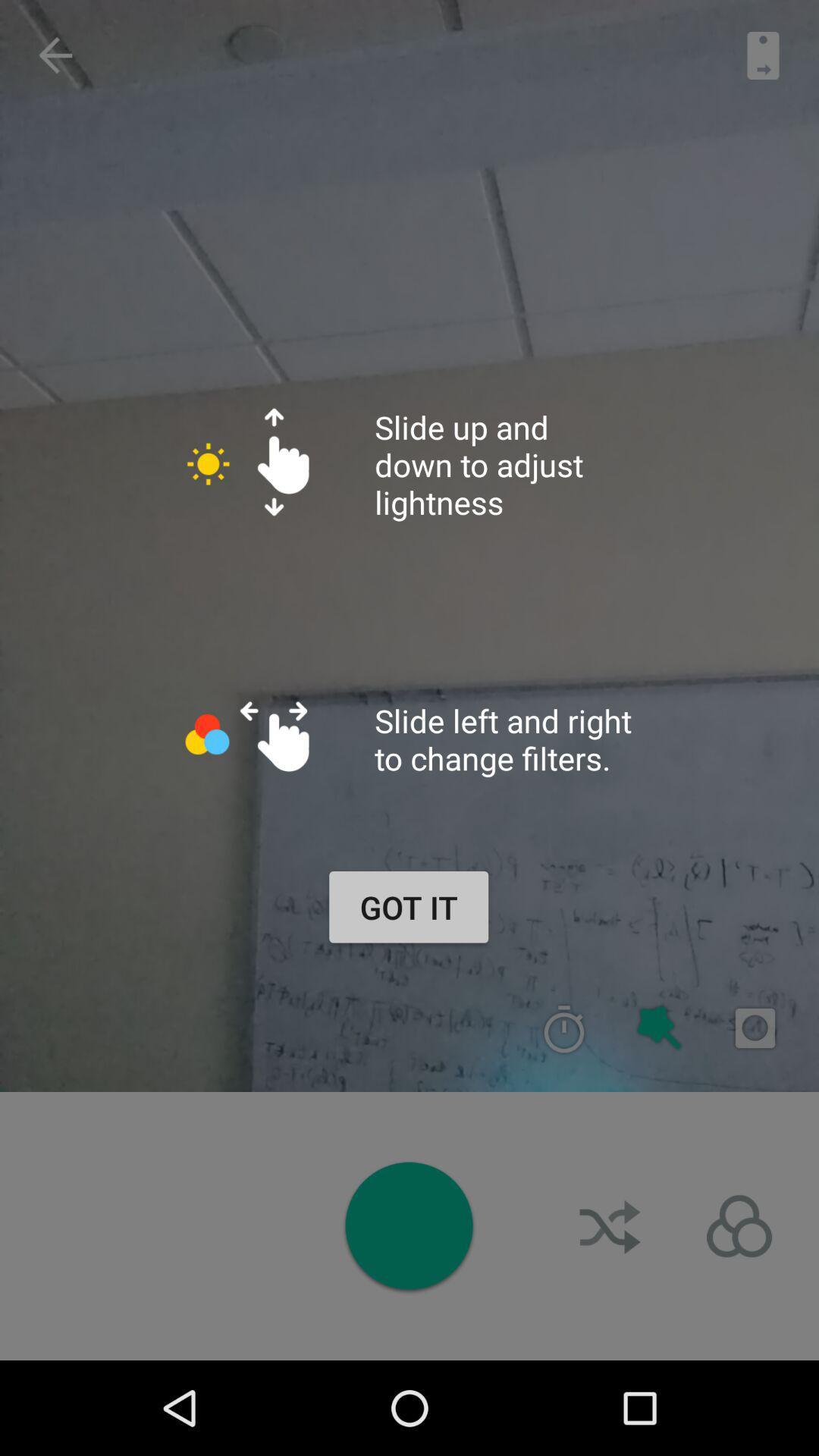  Describe the element at coordinates (408, 1225) in the screenshot. I see `button` at that location.